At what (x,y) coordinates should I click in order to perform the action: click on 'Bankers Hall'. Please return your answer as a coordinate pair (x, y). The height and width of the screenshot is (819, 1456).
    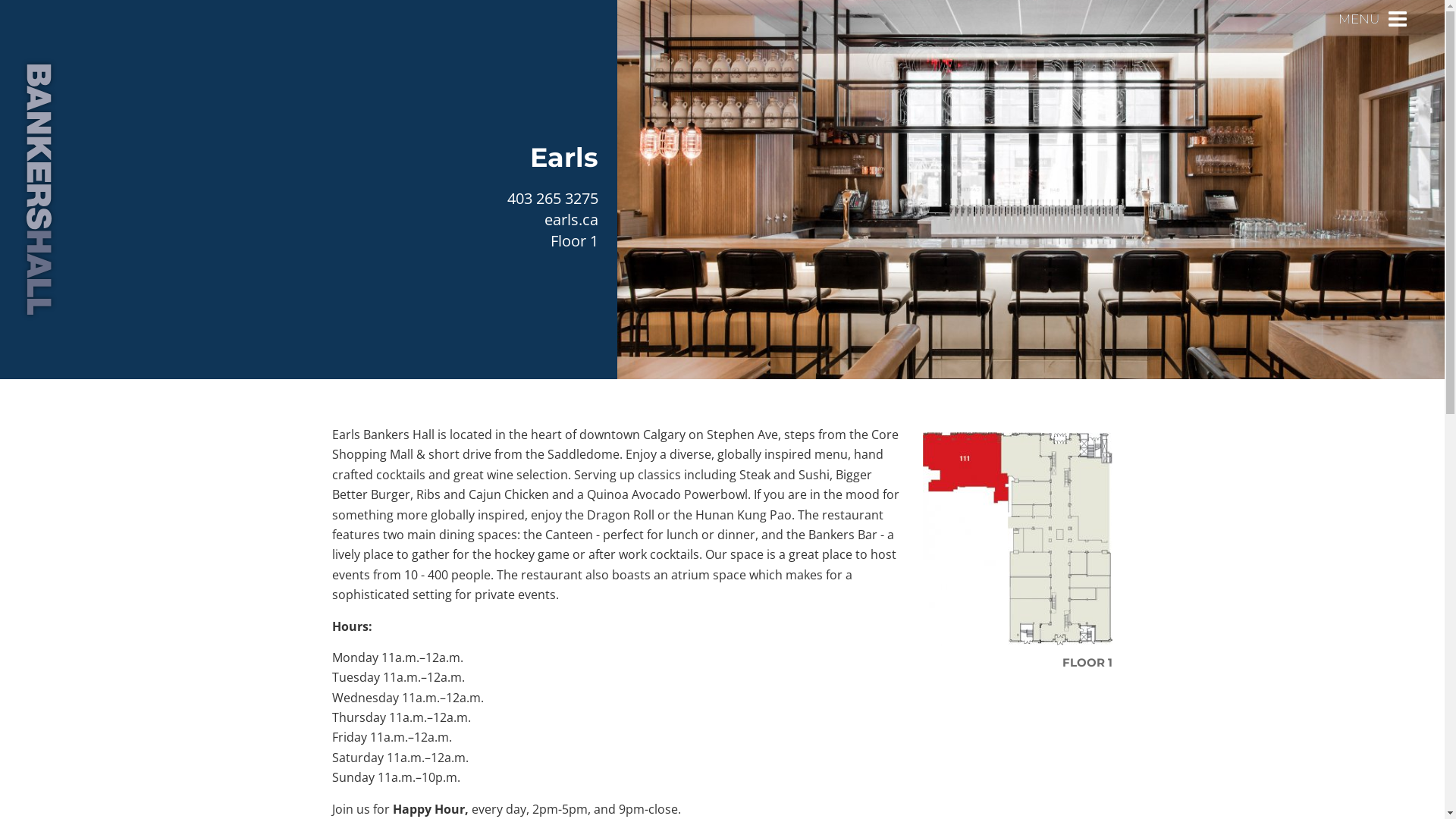
    Looking at the image, I should click on (39, 189).